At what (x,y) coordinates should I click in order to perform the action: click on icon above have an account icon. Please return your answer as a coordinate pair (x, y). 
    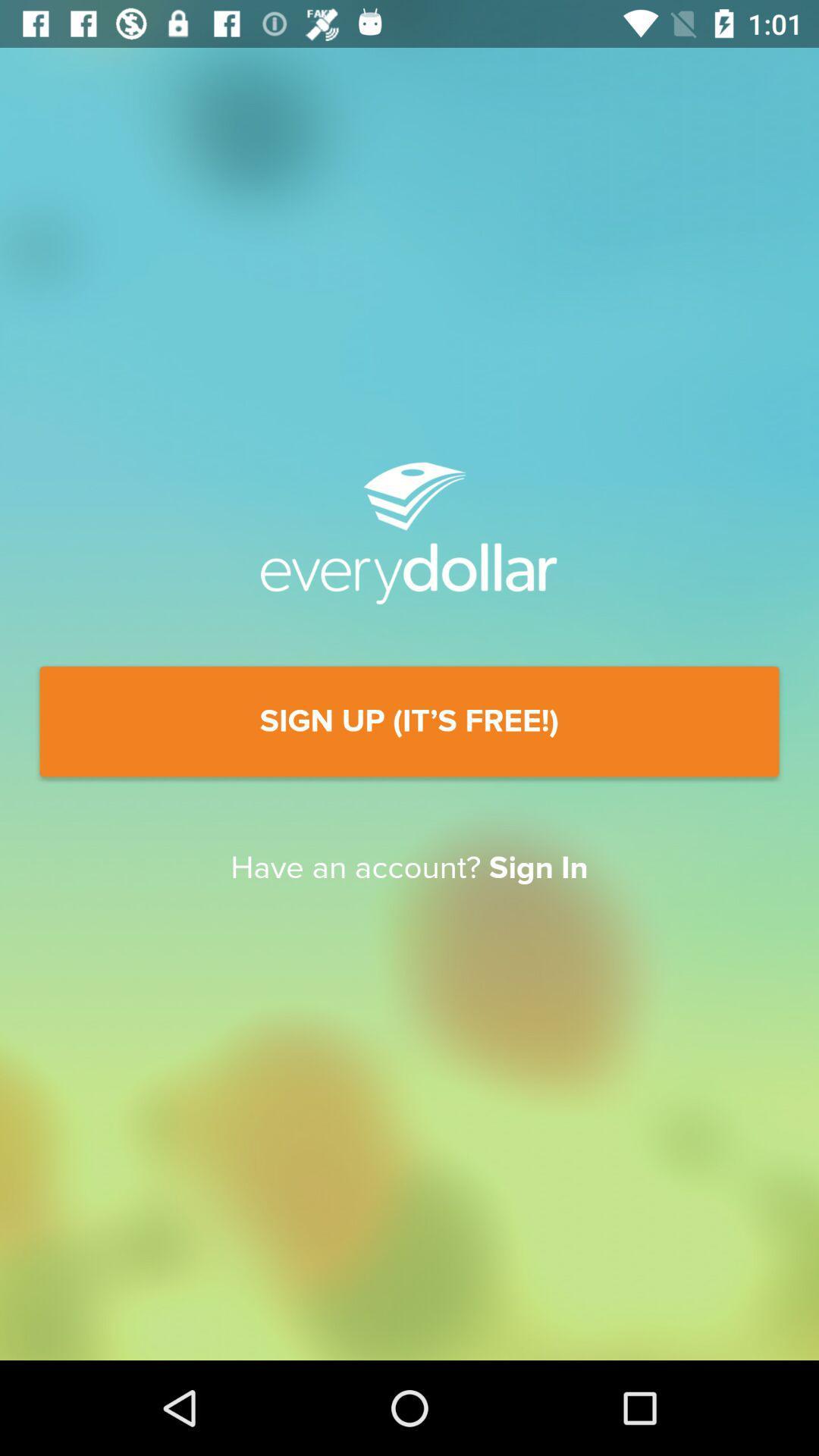
    Looking at the image, I should click on (409, 720).